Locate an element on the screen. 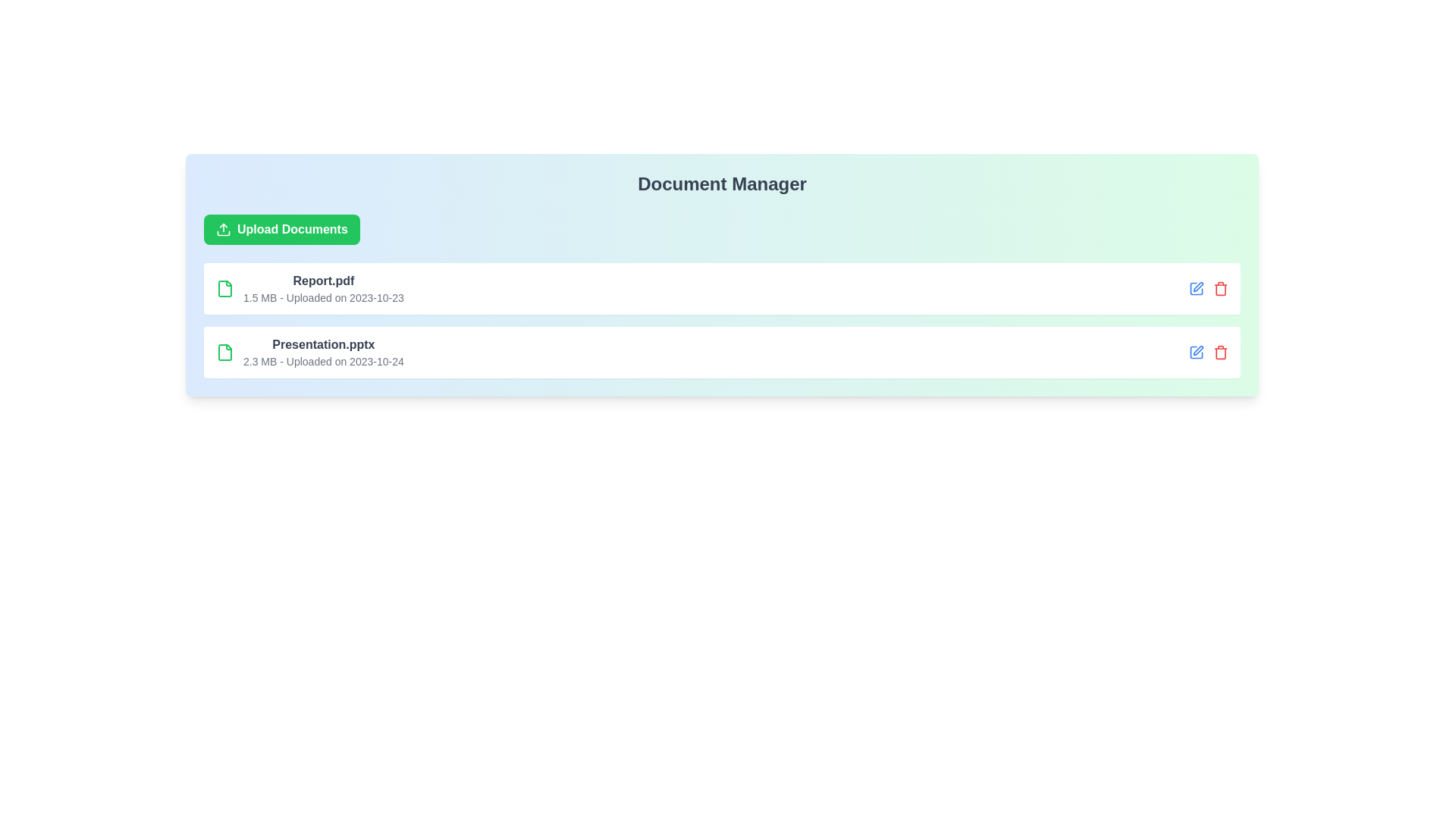 The width and height of the screenshot is (1456, 819). the text label displaying the file name 'Report.pdf', which is positioned to the right of a green document icon and shows the file size '1.5 MB' and the upload date '2023-10-23' is located at coordinates (322, 289).